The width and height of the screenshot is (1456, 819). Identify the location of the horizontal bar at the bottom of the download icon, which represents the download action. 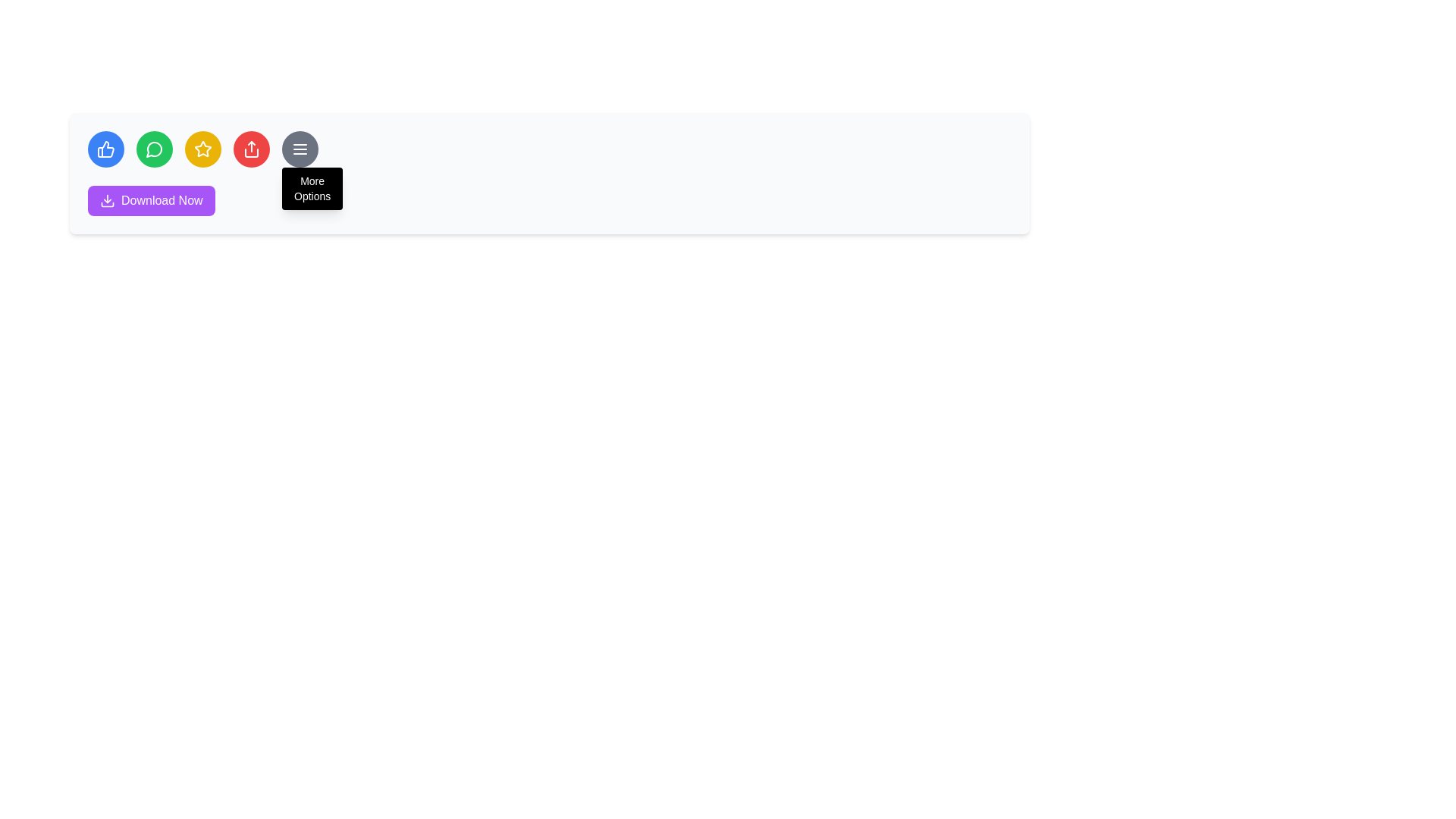
(107, 205).